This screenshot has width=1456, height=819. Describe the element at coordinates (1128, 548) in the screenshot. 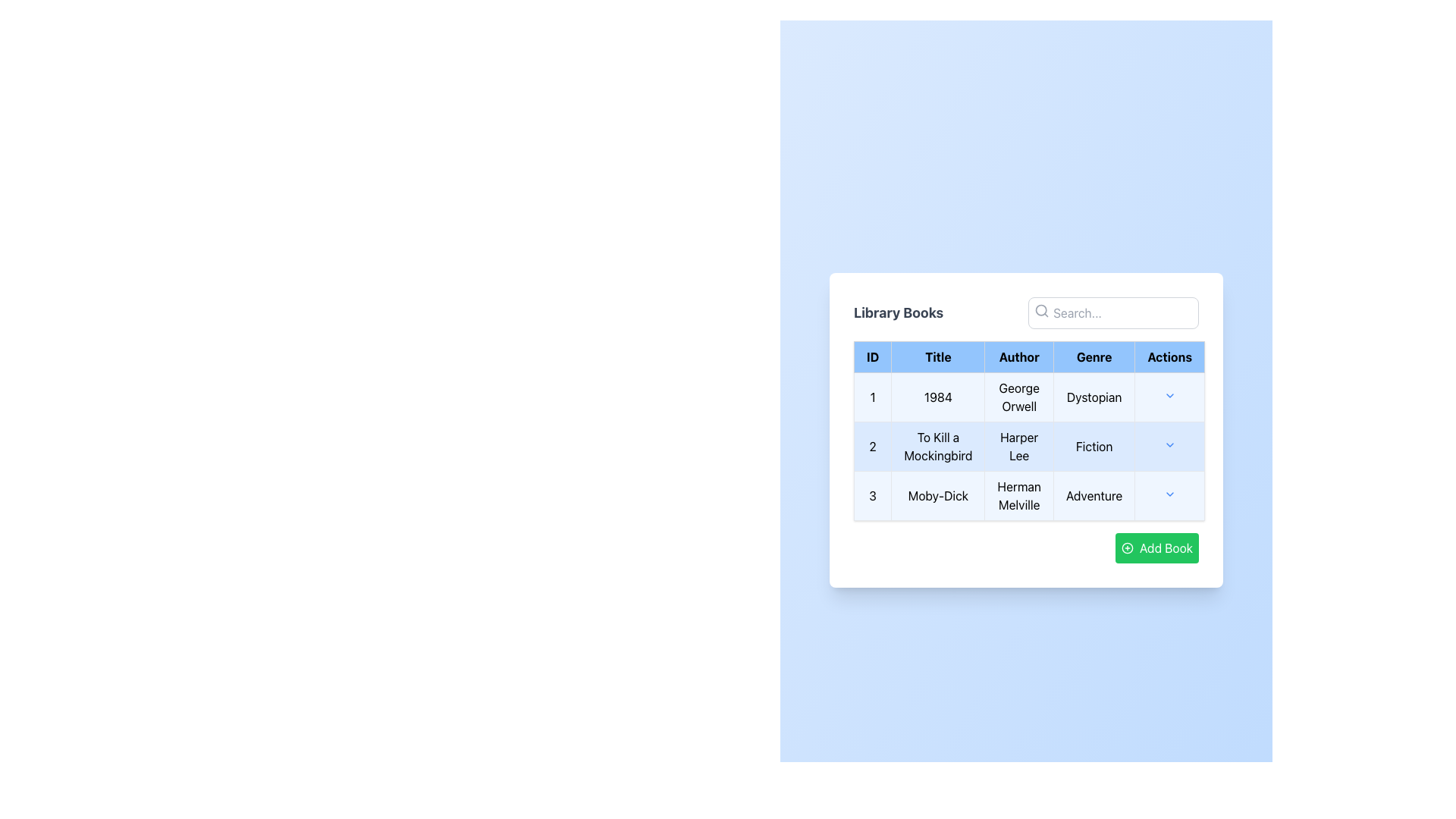

I see `the 'Add' icon within the green 'Add Book' button located at the bottom right of the book table card` at that location.